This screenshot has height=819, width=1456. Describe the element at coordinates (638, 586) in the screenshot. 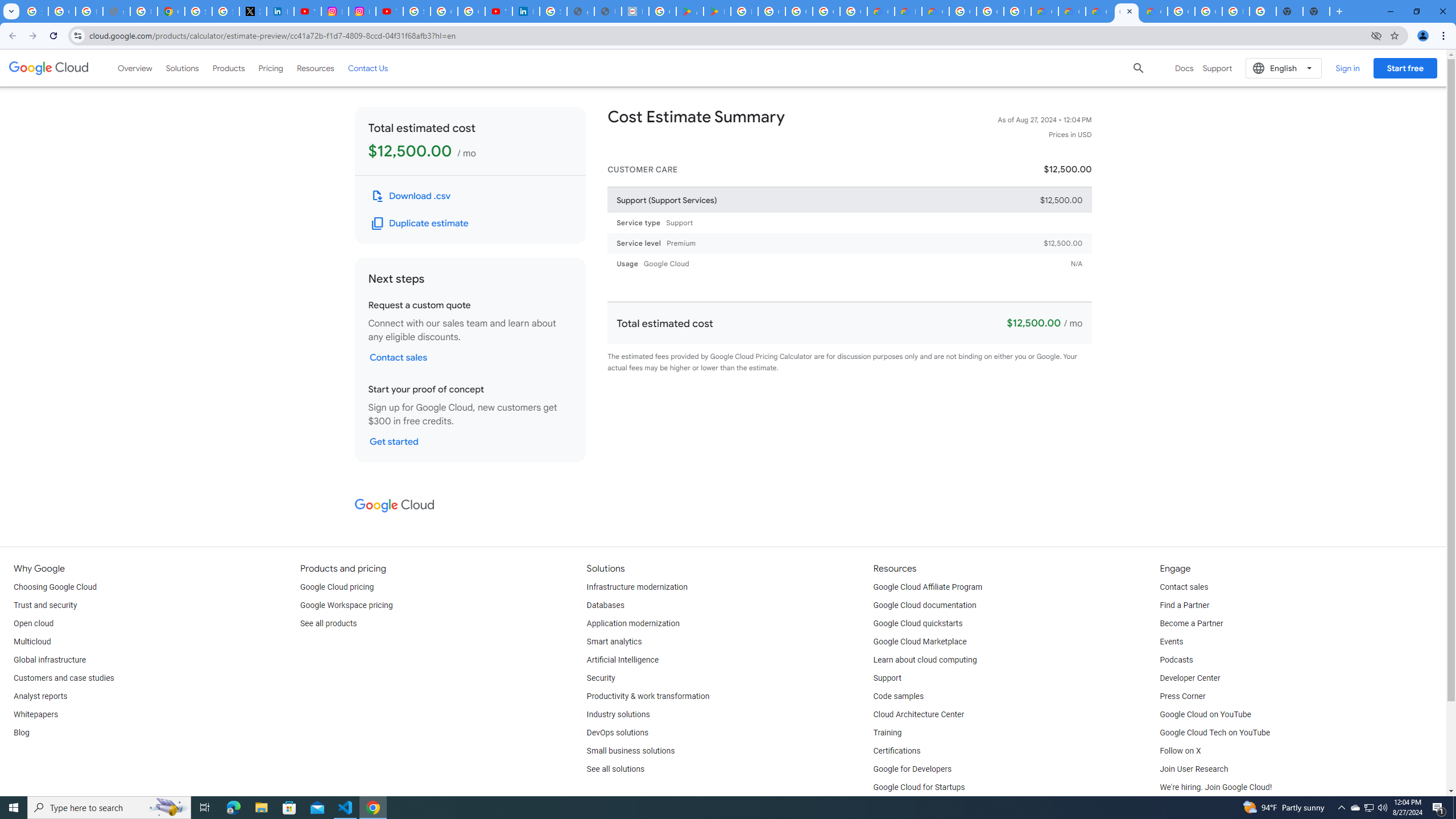

I see `'Infrastructure modernization'` at that location.